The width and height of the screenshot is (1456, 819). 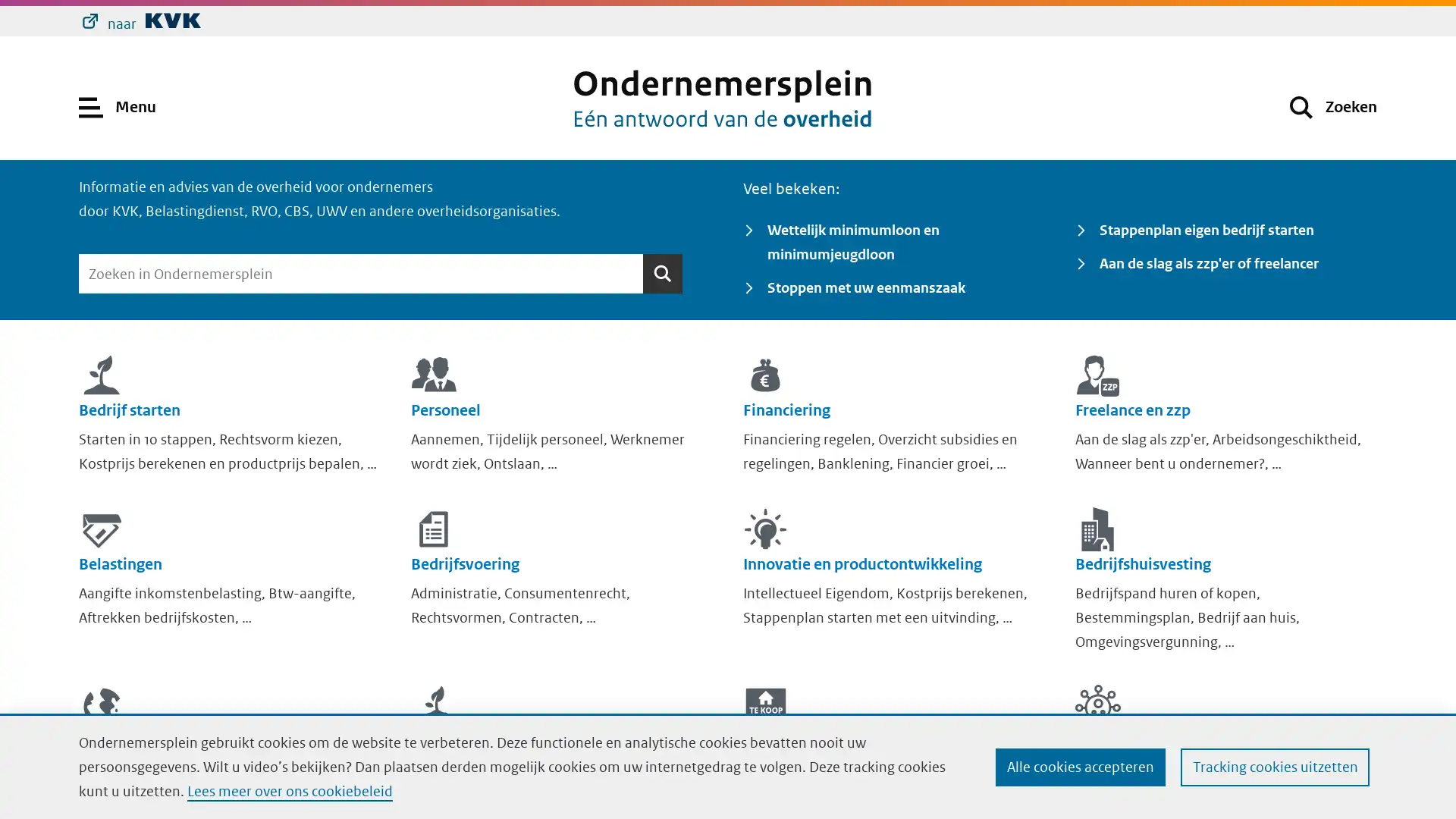 I want to click on Alle cookies accepteren, so click(x=1080, y=767).